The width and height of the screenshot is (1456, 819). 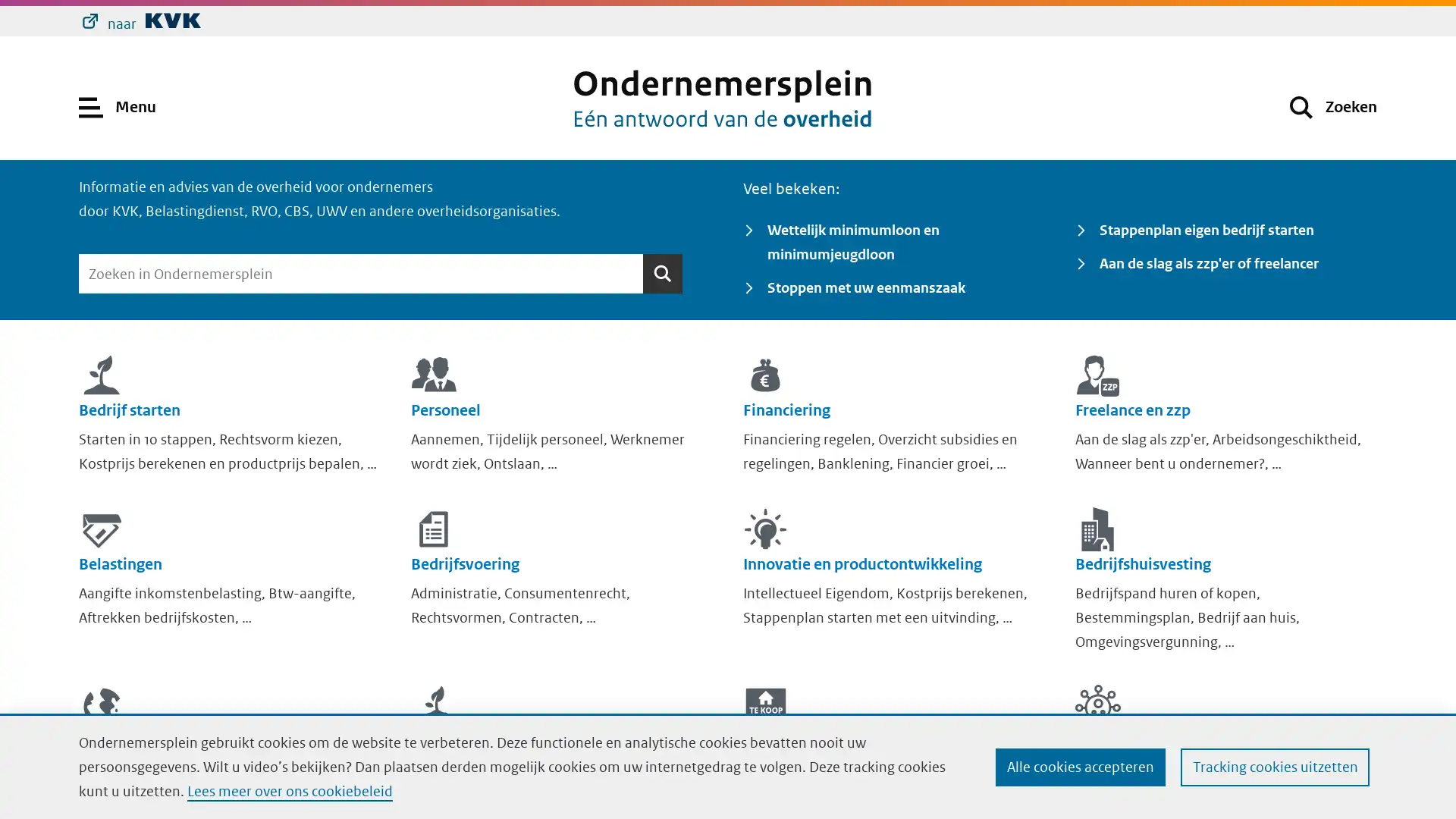 I want to click on Alle cookies accepteren, so click(x=1080, y=767).